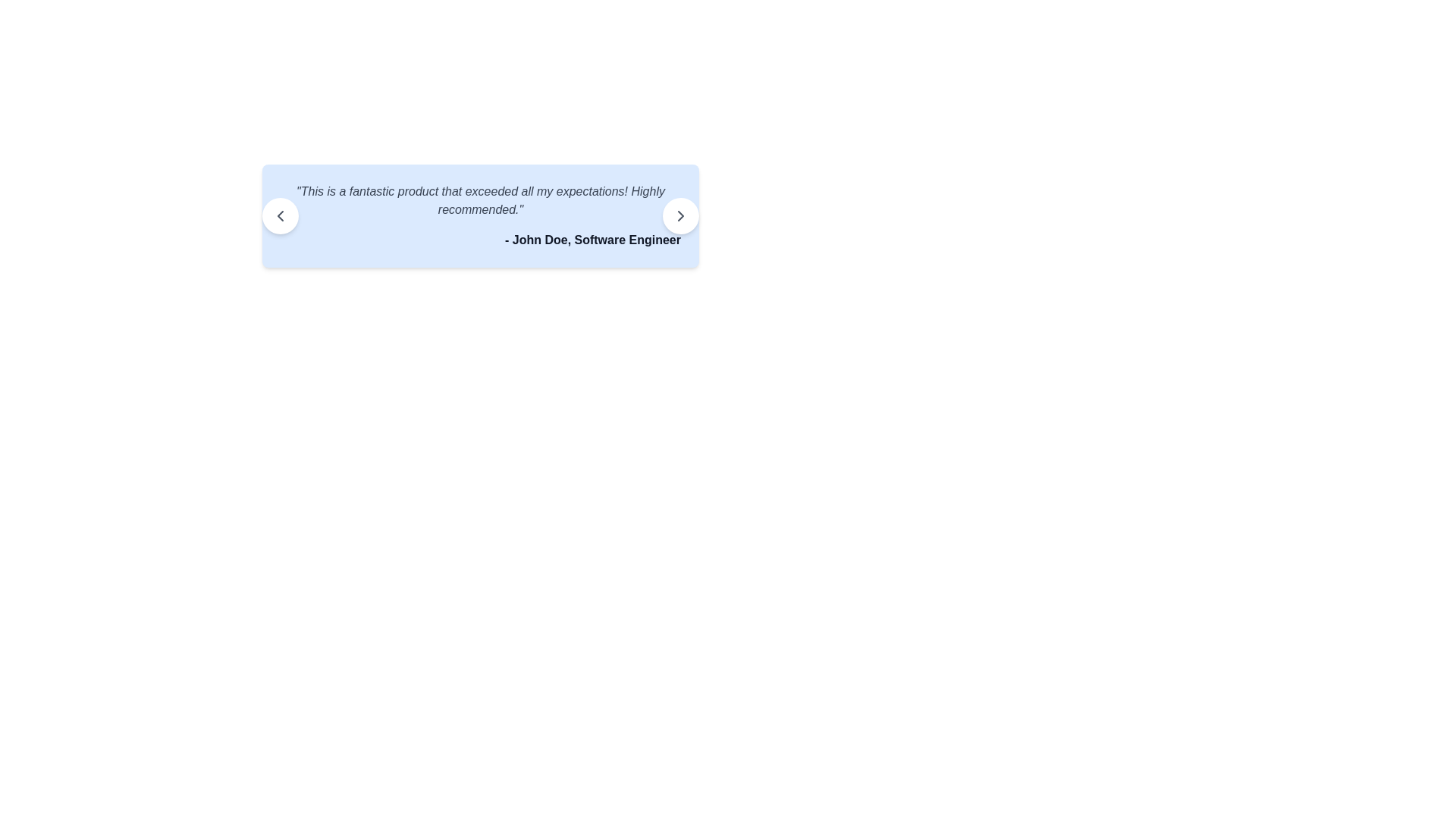  Describe the element at coordinates (679, 216) in the screenshot. I see `the 'next' navigation chevron icon located on the right side of the testimonial bubble` at that location.